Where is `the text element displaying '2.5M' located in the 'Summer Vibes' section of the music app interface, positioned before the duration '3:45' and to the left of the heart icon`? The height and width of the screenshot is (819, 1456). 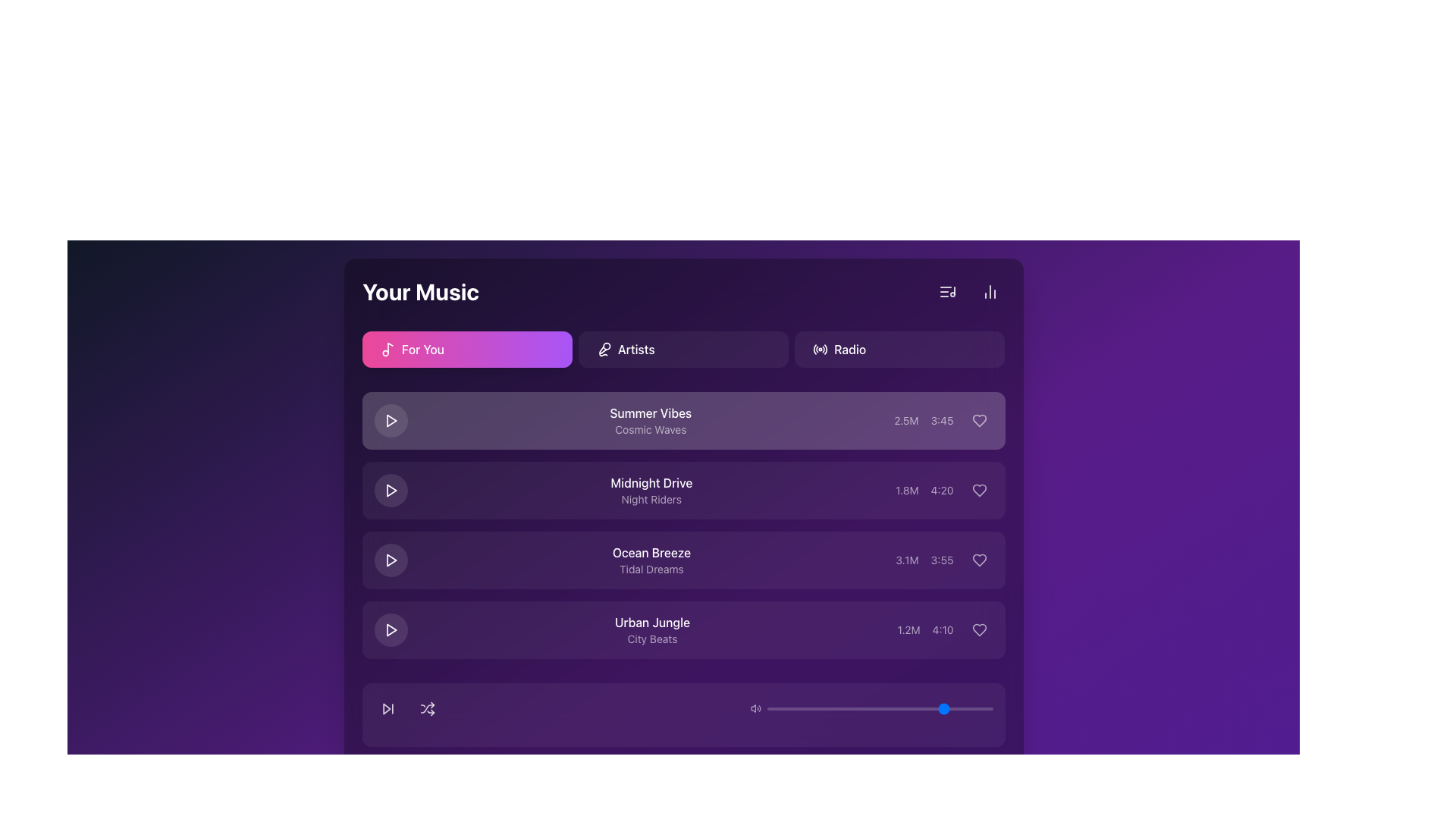
the text element displaying '2.5M' located in the 'Summer Vibes' section of the music app interface, positioned before the duration '3:45' and to the left of the heart icon is located at coordinates (906, 421).